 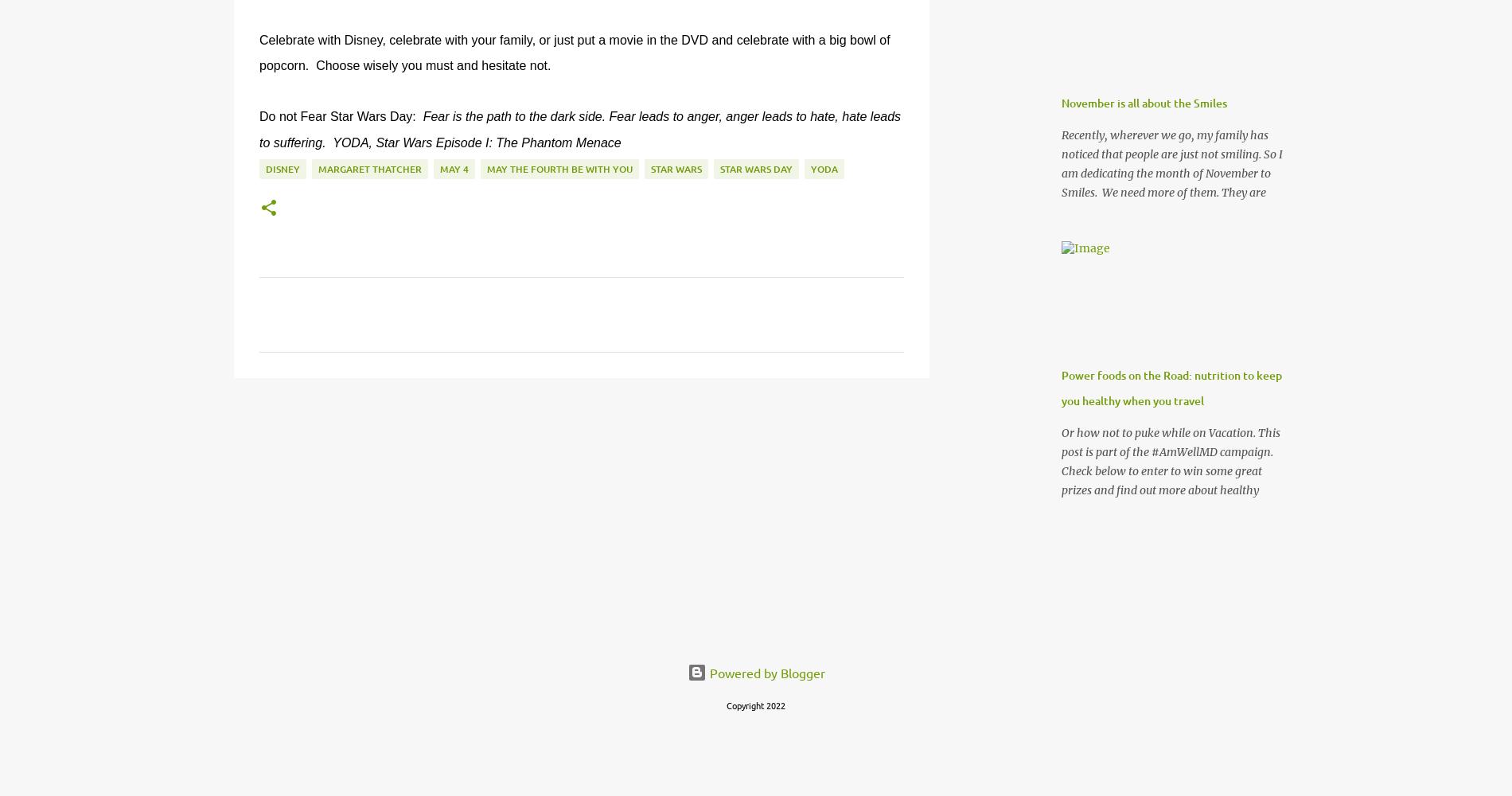 I want to click on 'Do not Fear Star Wars Day:', so click(x=340, y=116).